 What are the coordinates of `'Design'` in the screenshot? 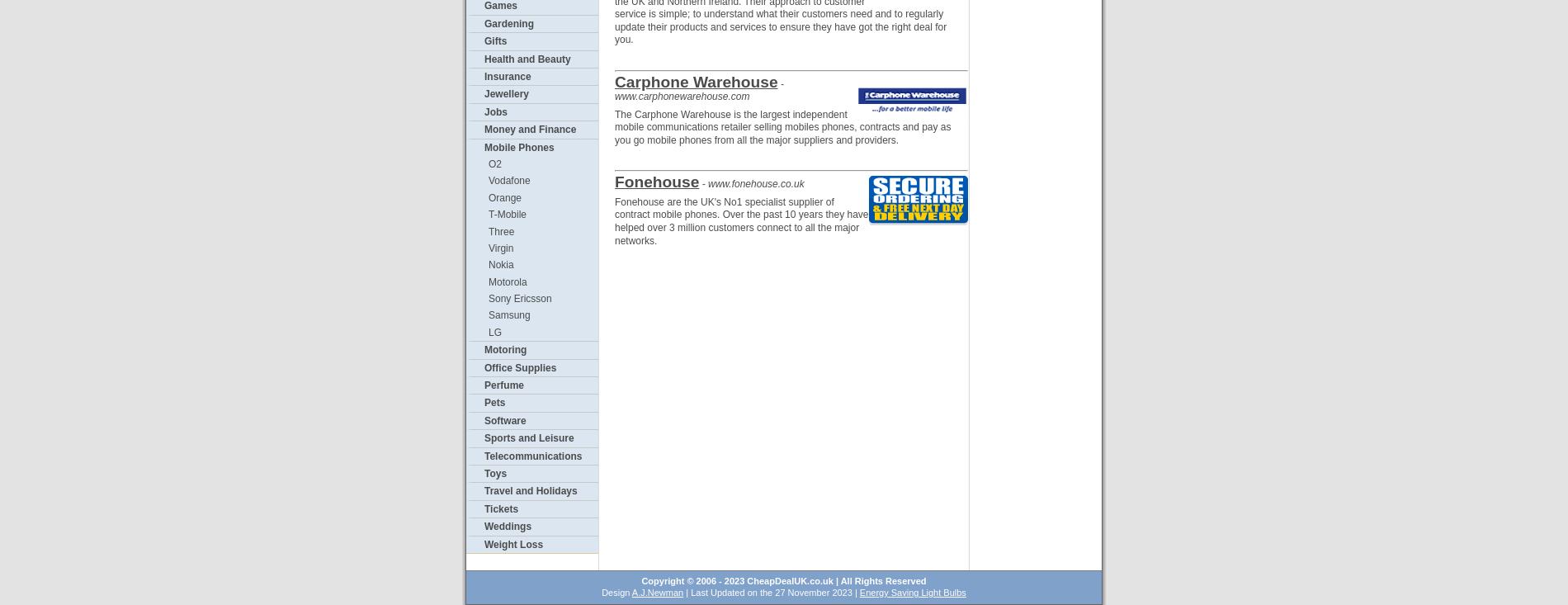 It's located at (616, 592).